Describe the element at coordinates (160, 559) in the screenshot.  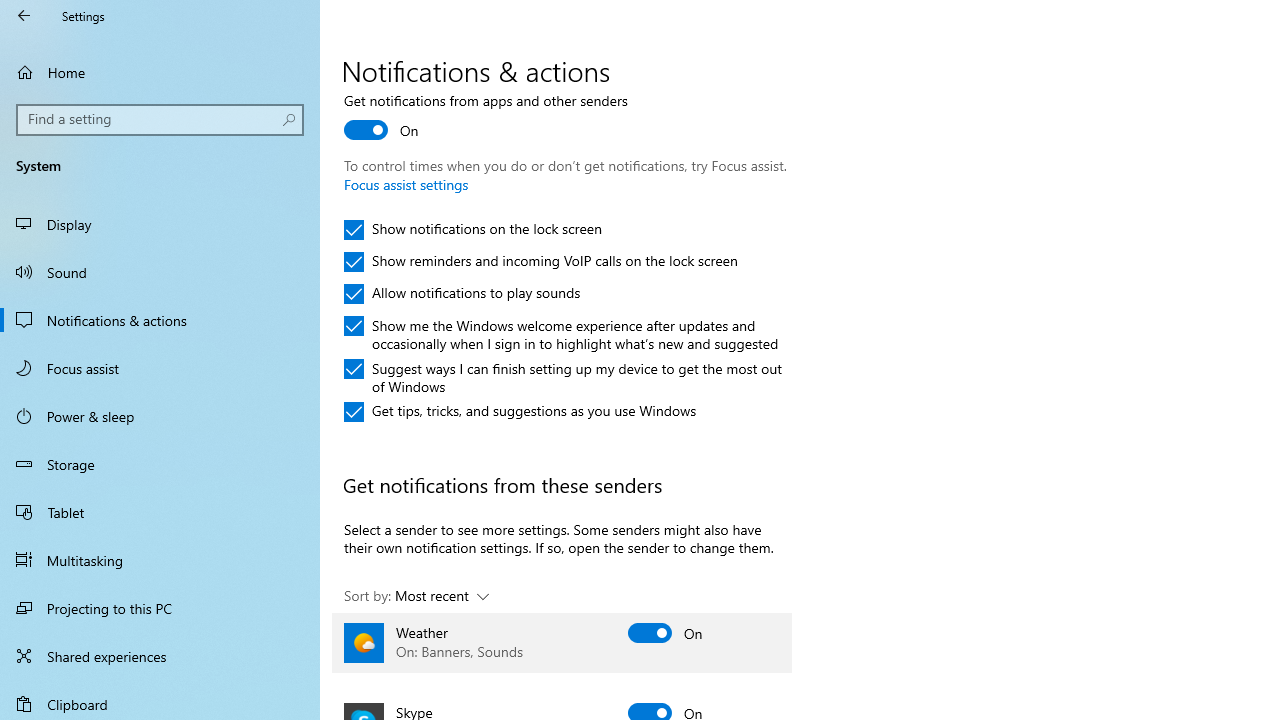
I see `'Multitasking'` at that location.